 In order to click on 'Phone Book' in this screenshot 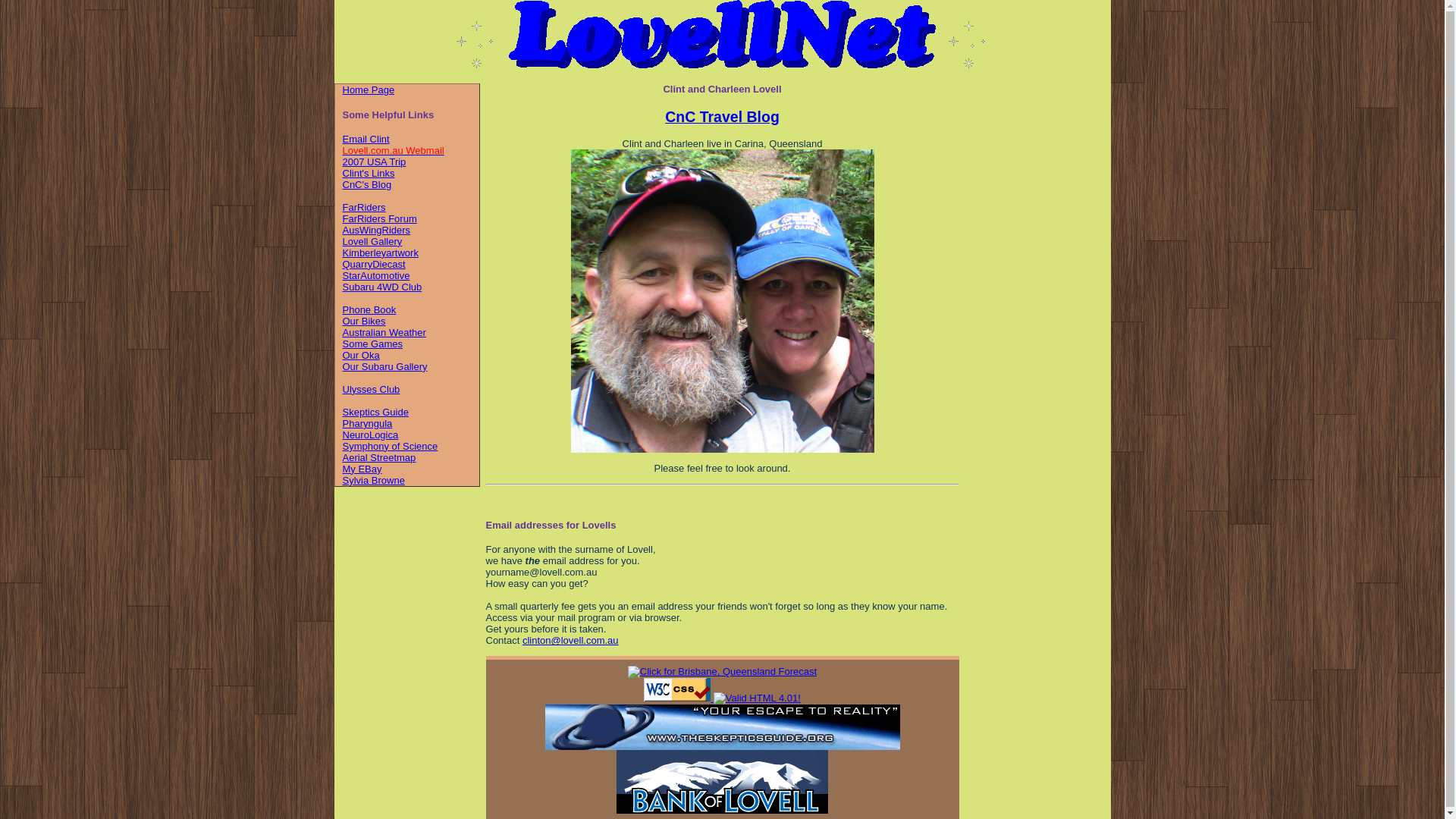, I will do `click(369, 309)`.